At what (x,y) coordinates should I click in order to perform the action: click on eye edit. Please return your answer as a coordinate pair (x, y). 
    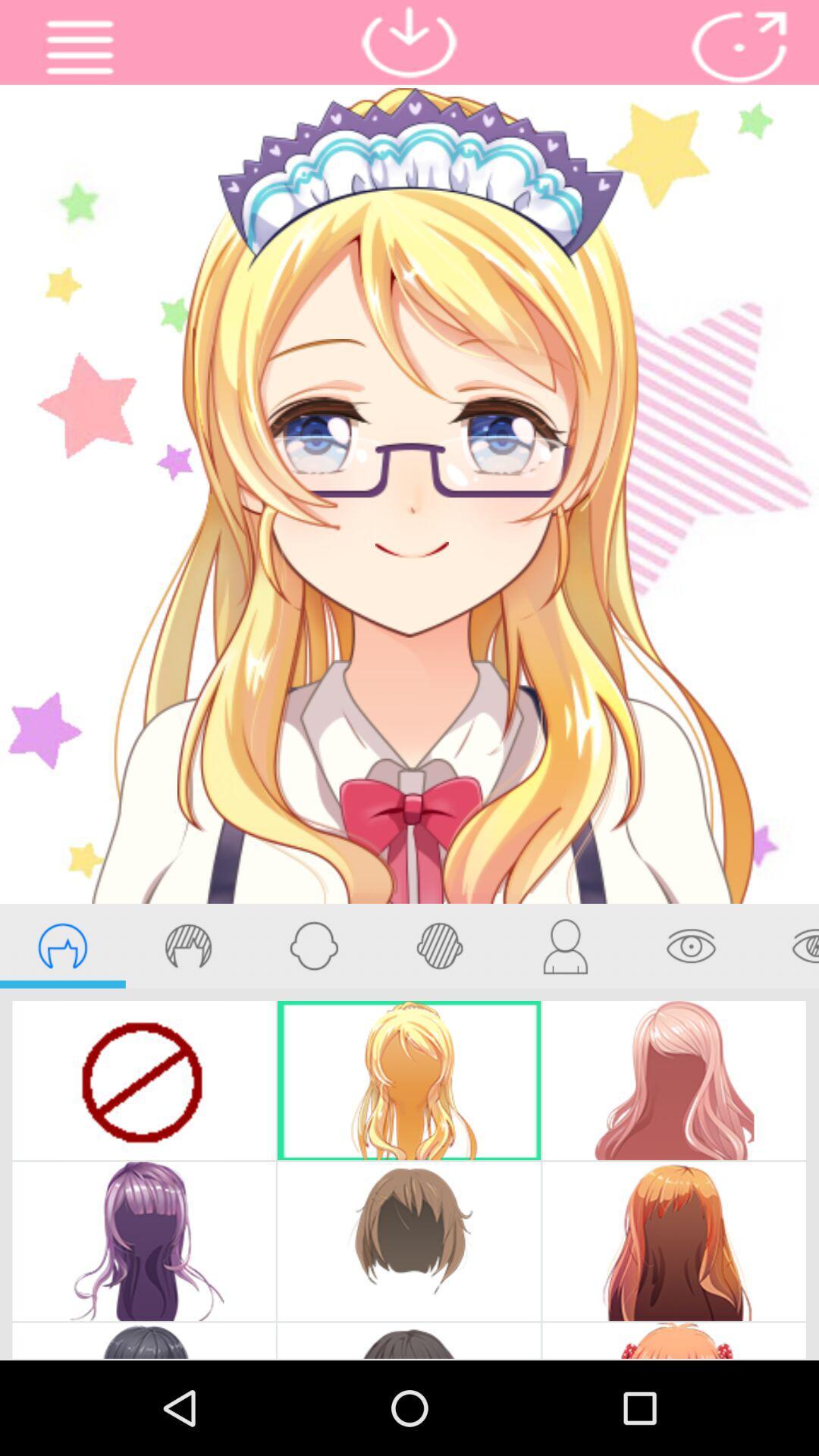
    Looking at the image, I should click on (691, 945).